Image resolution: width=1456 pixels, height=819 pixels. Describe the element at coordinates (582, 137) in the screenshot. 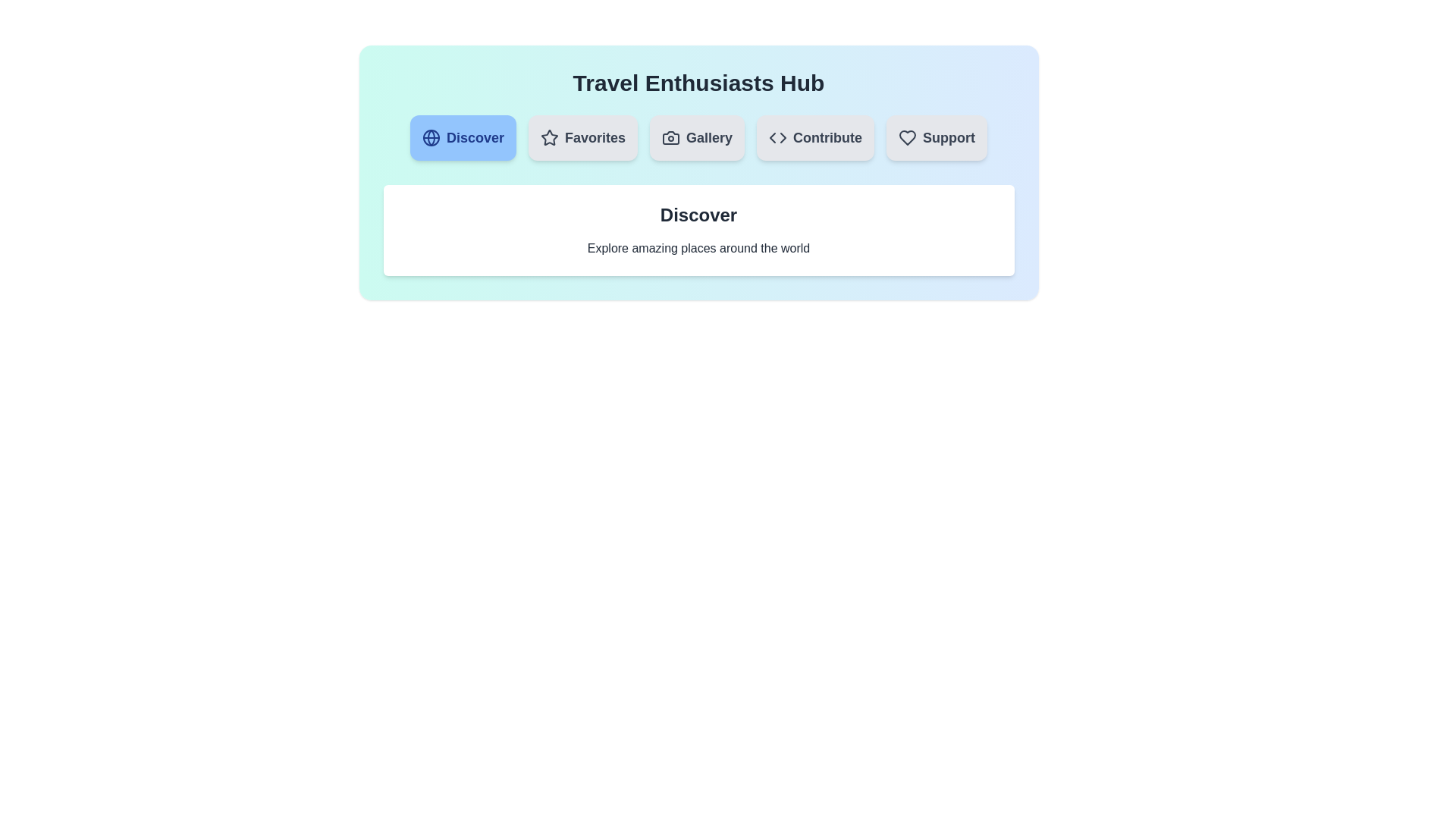

I see `the 'Favorites' button, which features a star icon and modern sans-serif text, to trigger visual feedback` at that location.